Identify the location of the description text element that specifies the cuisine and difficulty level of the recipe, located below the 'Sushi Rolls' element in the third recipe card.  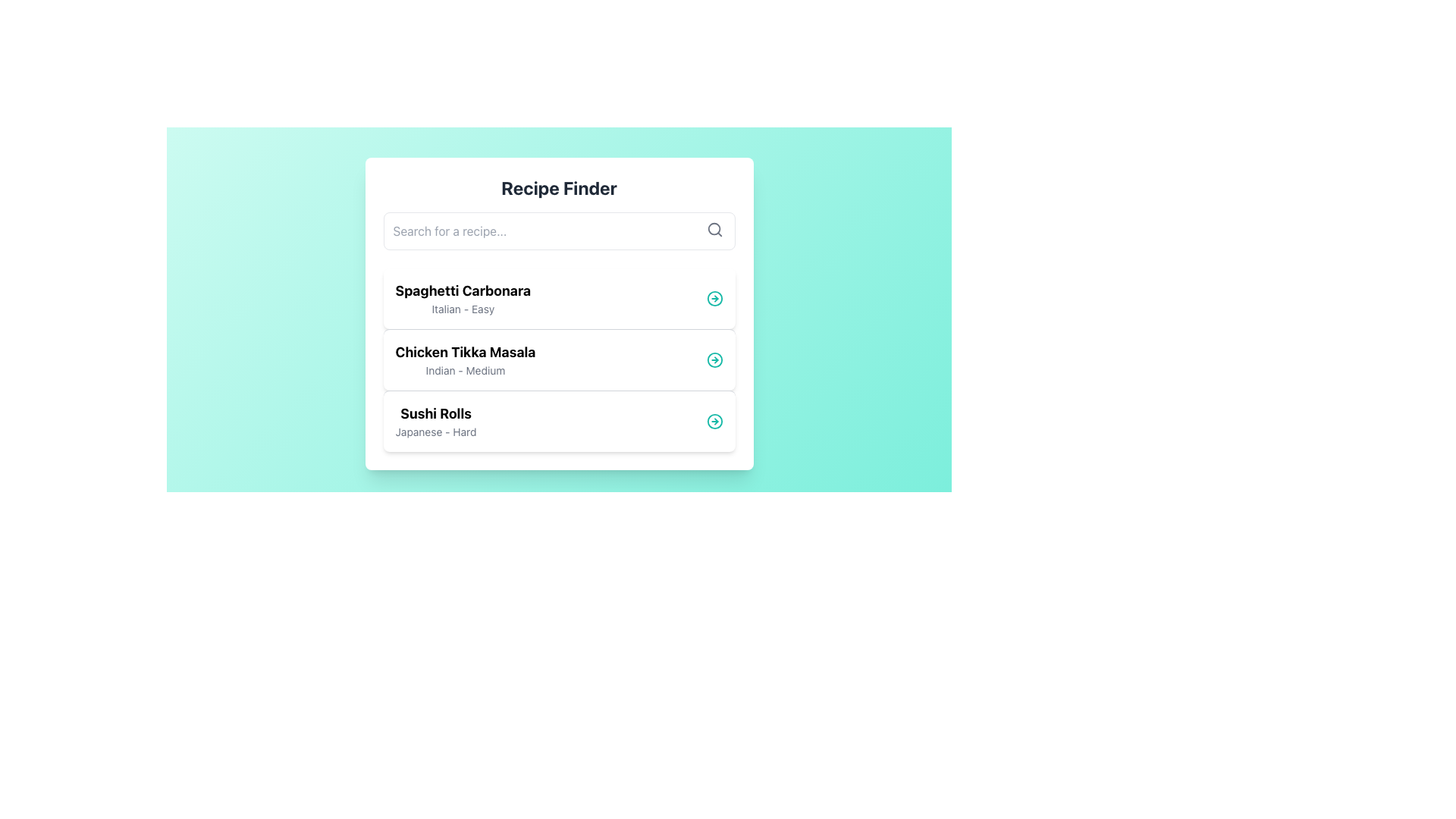
(435, 432).